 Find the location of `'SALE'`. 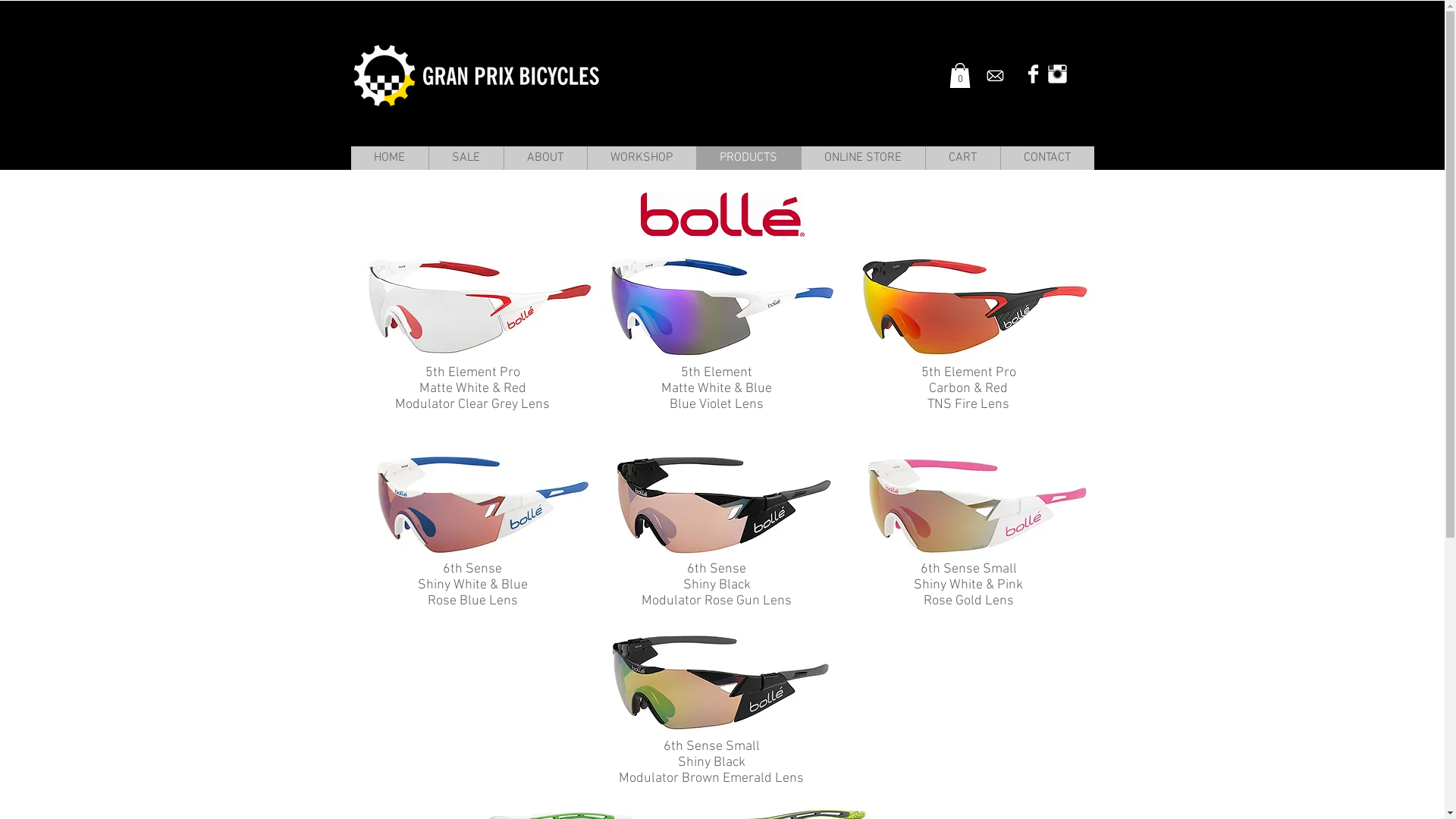

'SALE' is located at coordinates (464, 158).